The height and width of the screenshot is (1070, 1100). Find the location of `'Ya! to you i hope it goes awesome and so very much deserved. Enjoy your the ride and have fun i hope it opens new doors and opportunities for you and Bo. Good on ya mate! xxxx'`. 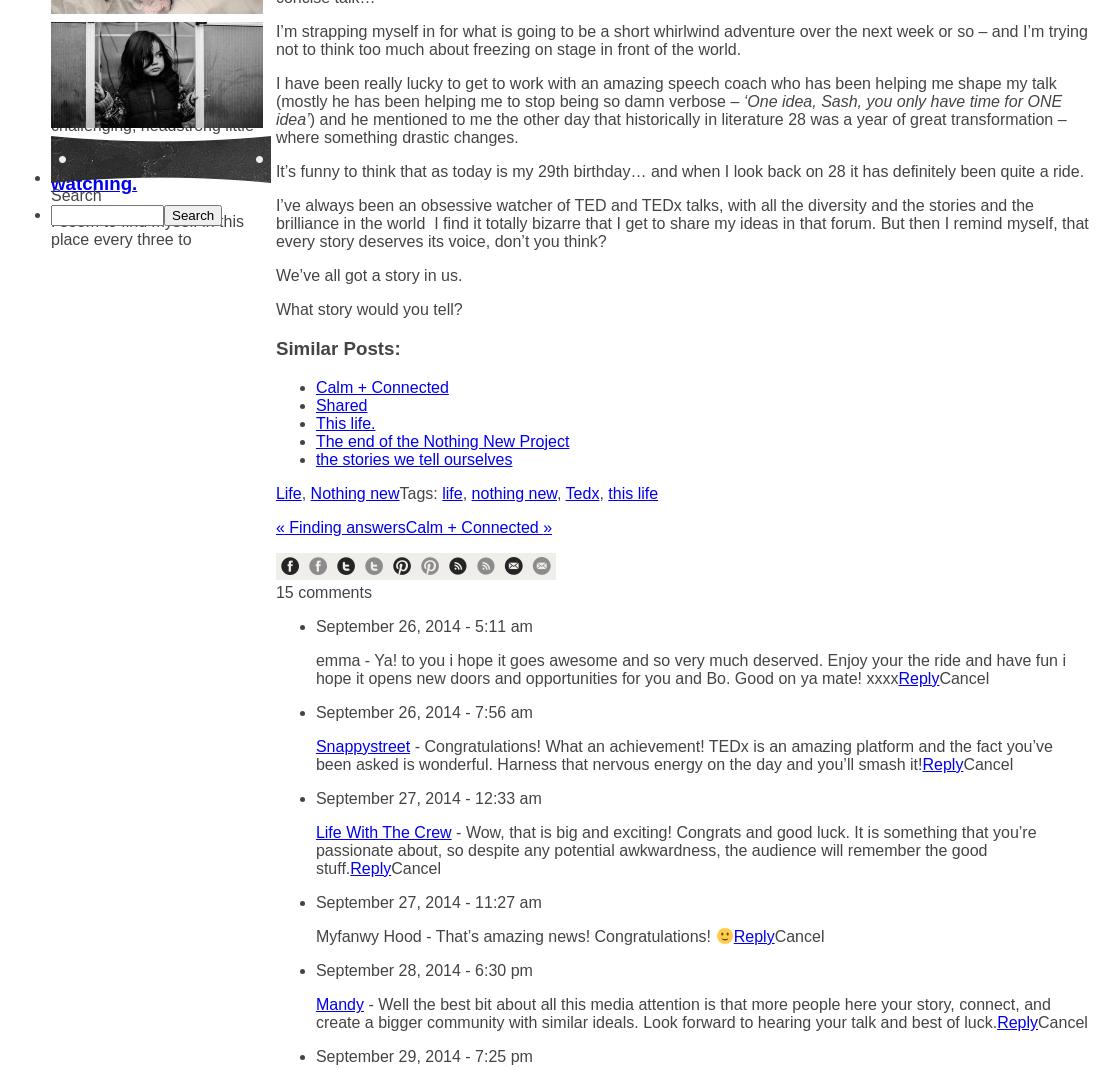

'Ya! to you i hope it goes awesome and so very much deserved. Enjoy your the ride and have fun i hope it opens new doors and opportunities for you and Bo. Good on ya mate! xxxx' is located at coordinates (689, 668).